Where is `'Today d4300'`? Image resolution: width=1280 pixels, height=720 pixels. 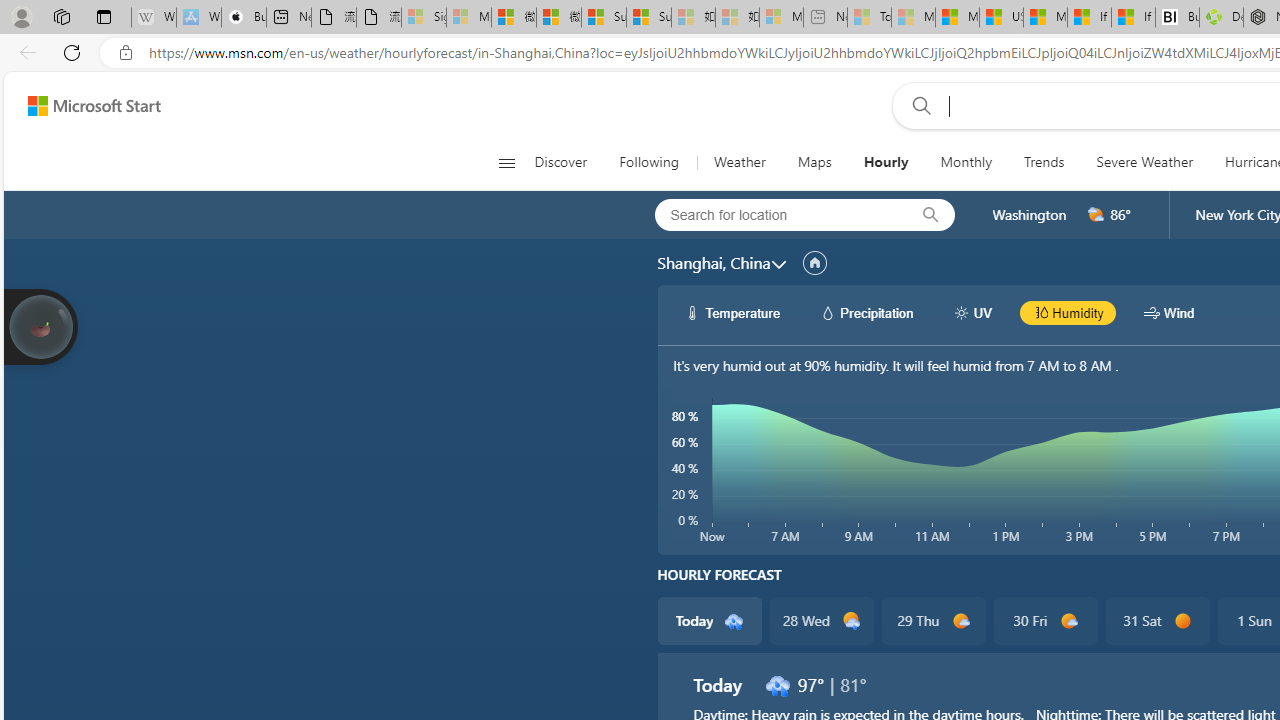
'Today d4300' is located at coordinates (709, 620).